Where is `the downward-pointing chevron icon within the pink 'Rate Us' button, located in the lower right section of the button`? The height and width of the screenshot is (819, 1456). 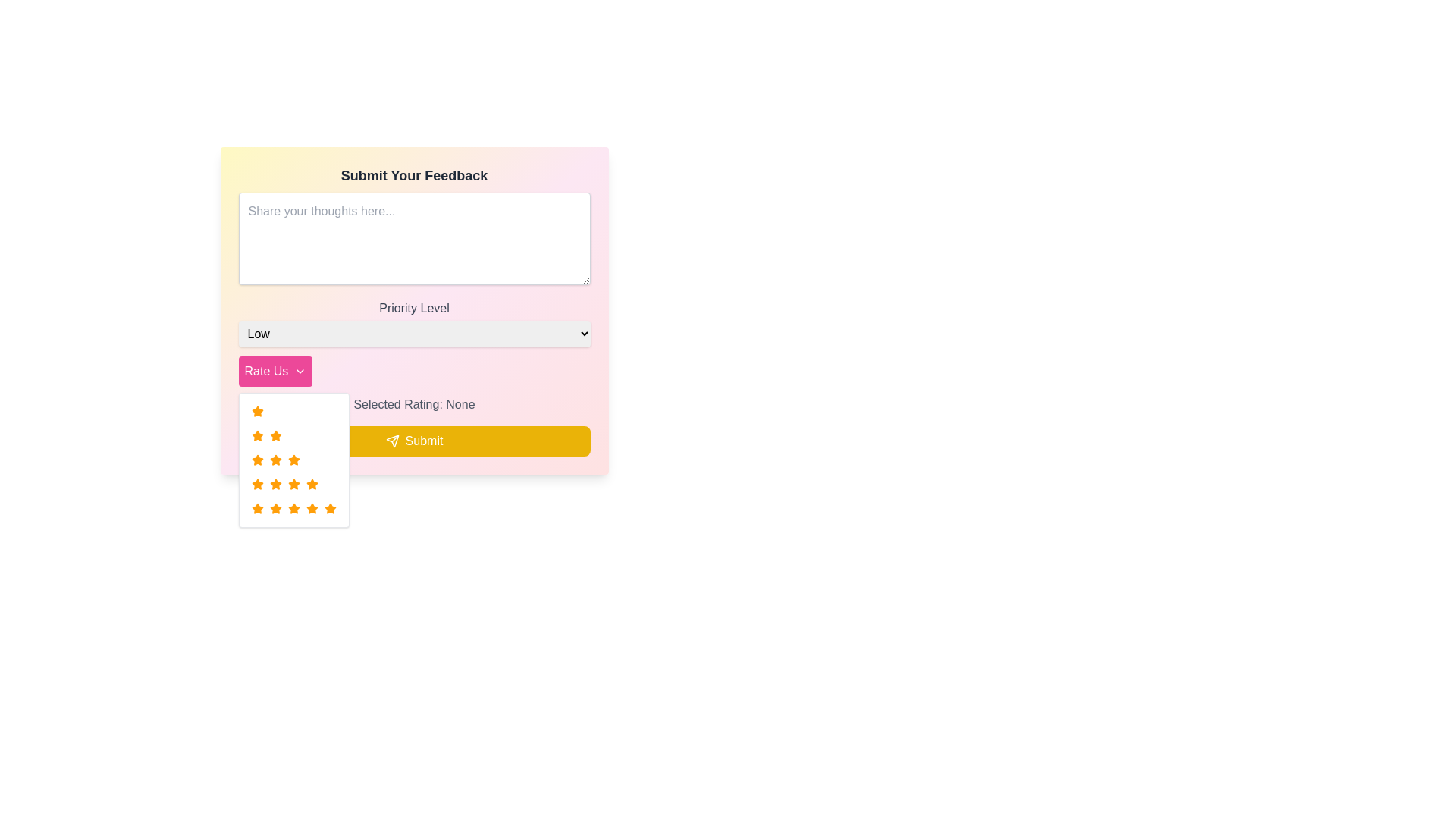
the downward-pointing chevron icon within the pink 'Rate Us' button, located in the lower right section of the button is located at coordinates (300, 371).